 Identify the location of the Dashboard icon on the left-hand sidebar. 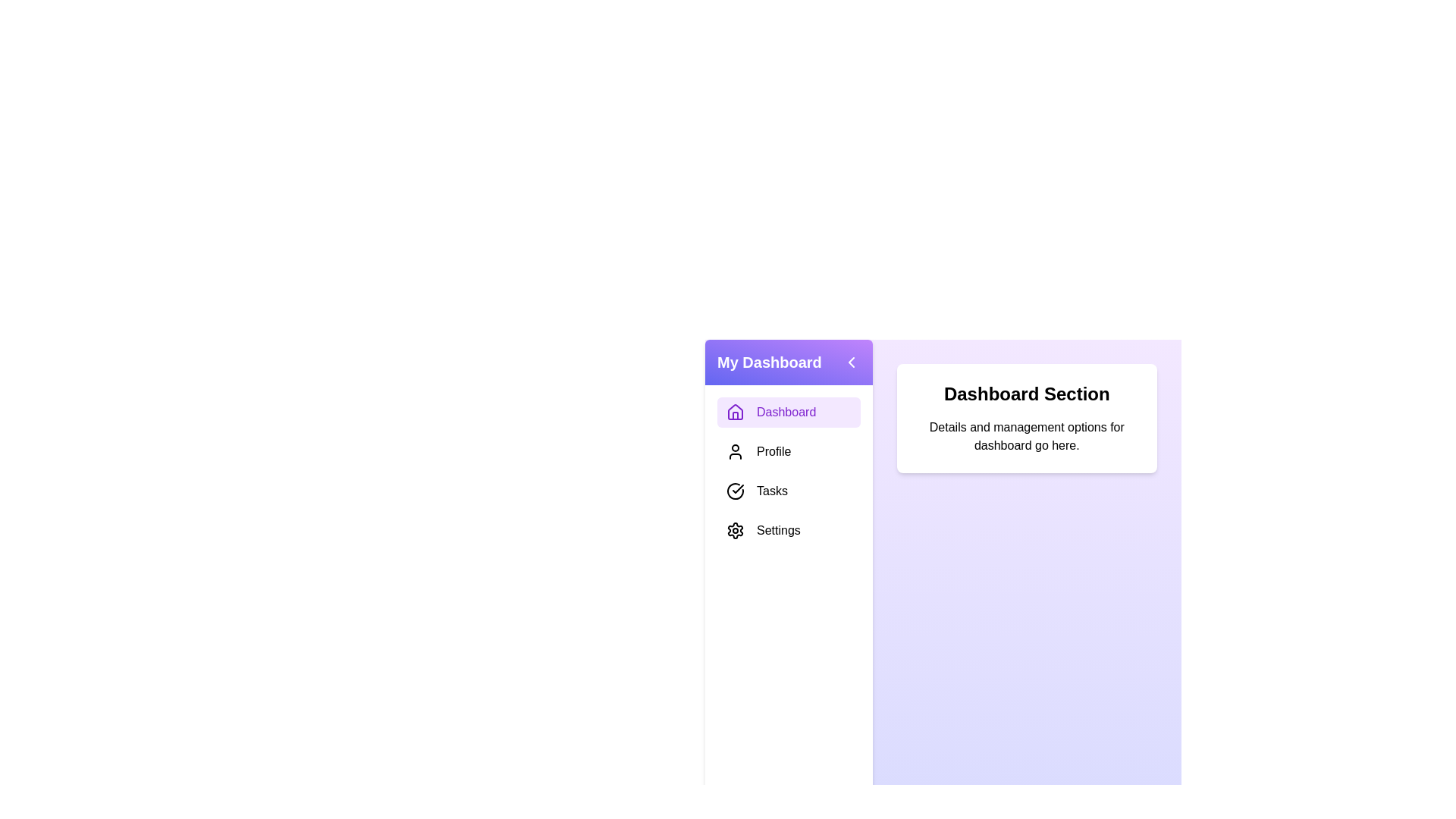
(735, 412).